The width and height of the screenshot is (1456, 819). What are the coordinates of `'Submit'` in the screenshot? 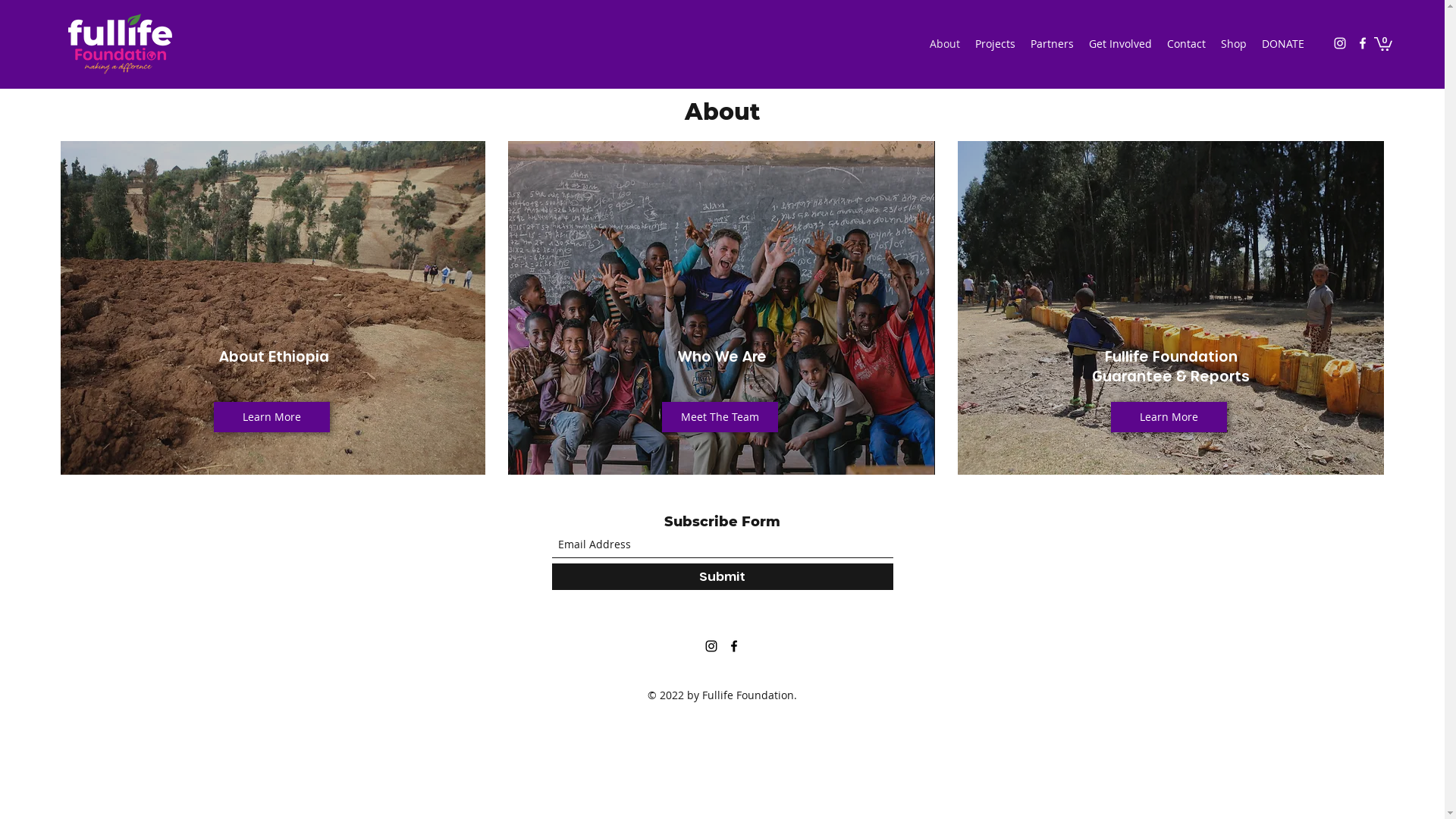 It's located at (722, 576).